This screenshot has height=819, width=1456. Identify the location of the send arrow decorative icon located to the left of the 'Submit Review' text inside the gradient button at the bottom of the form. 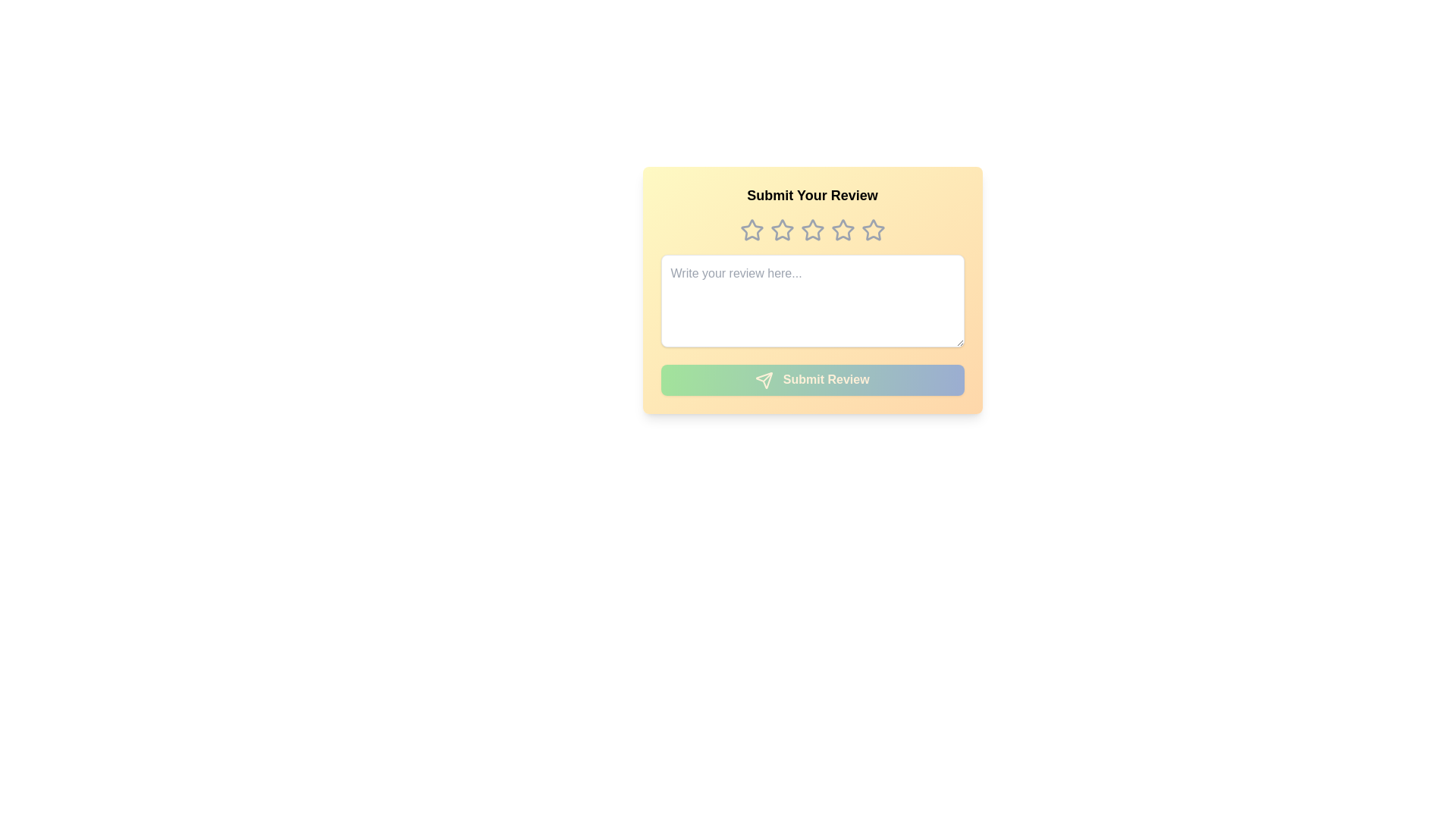
(764, 379).